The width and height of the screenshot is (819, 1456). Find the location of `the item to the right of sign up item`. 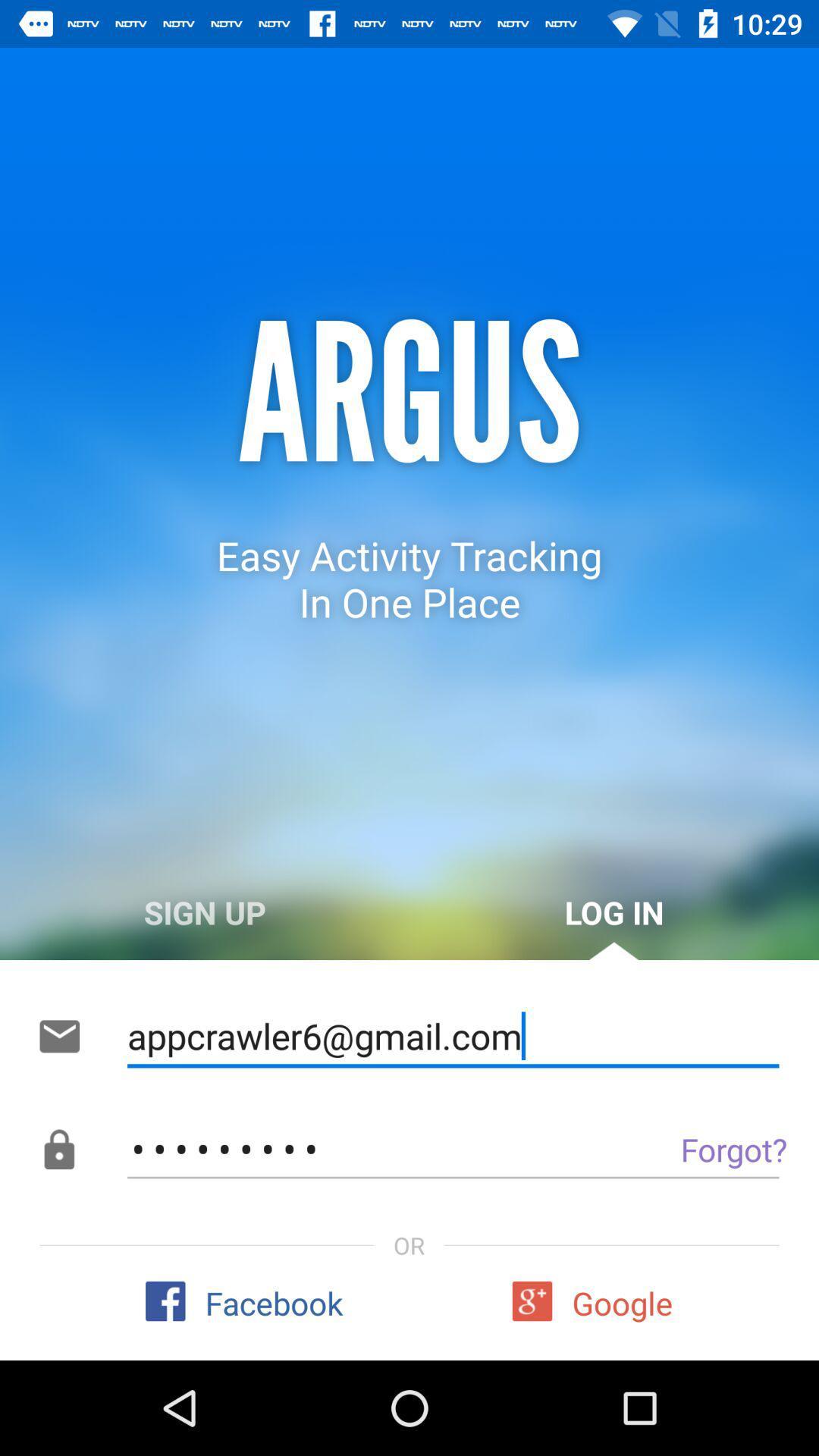

the item to the right of sign up item is located at coordinates (614, 912).